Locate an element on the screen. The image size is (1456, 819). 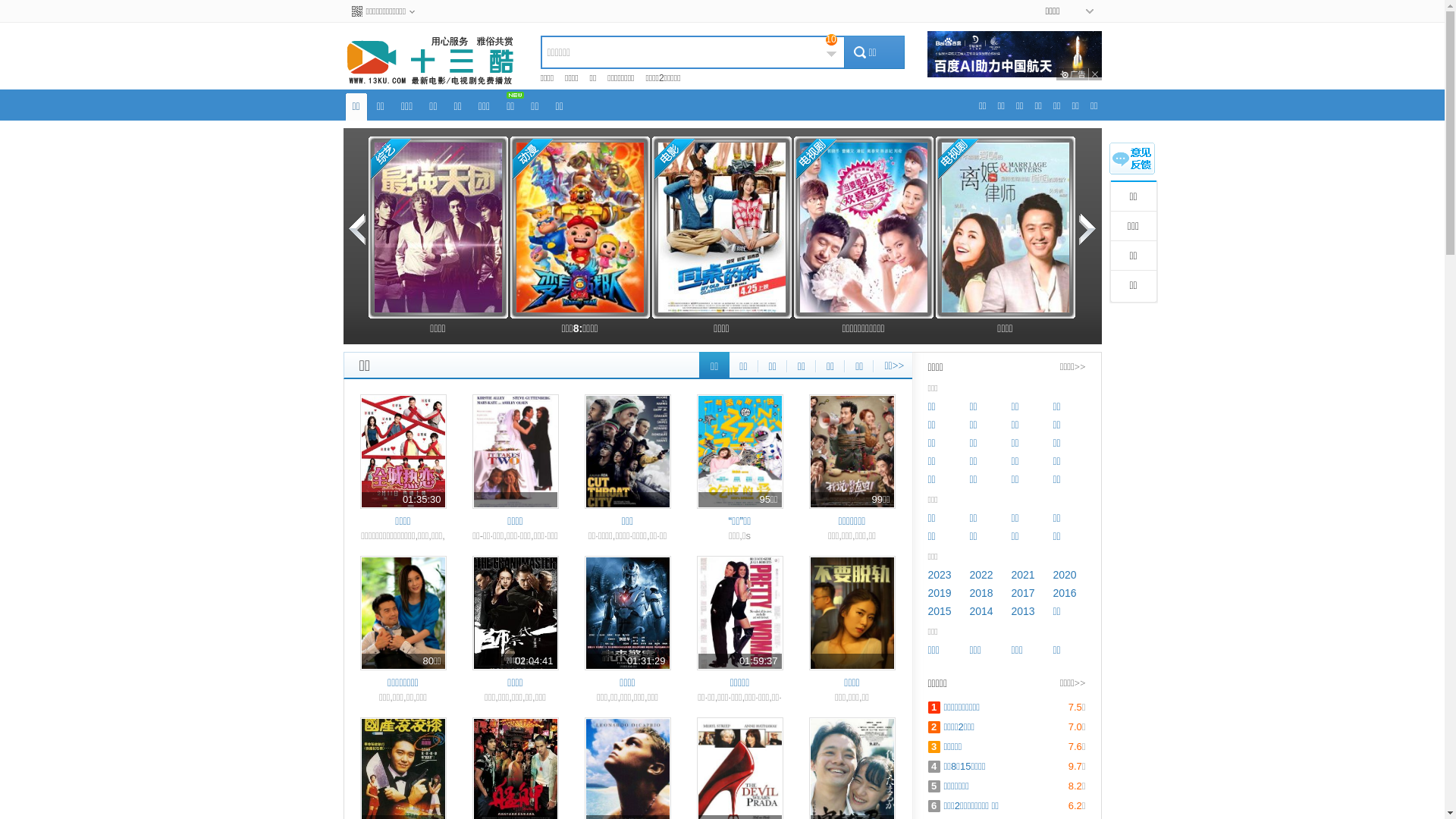
'2020' is located at coordinates (1063, 575).